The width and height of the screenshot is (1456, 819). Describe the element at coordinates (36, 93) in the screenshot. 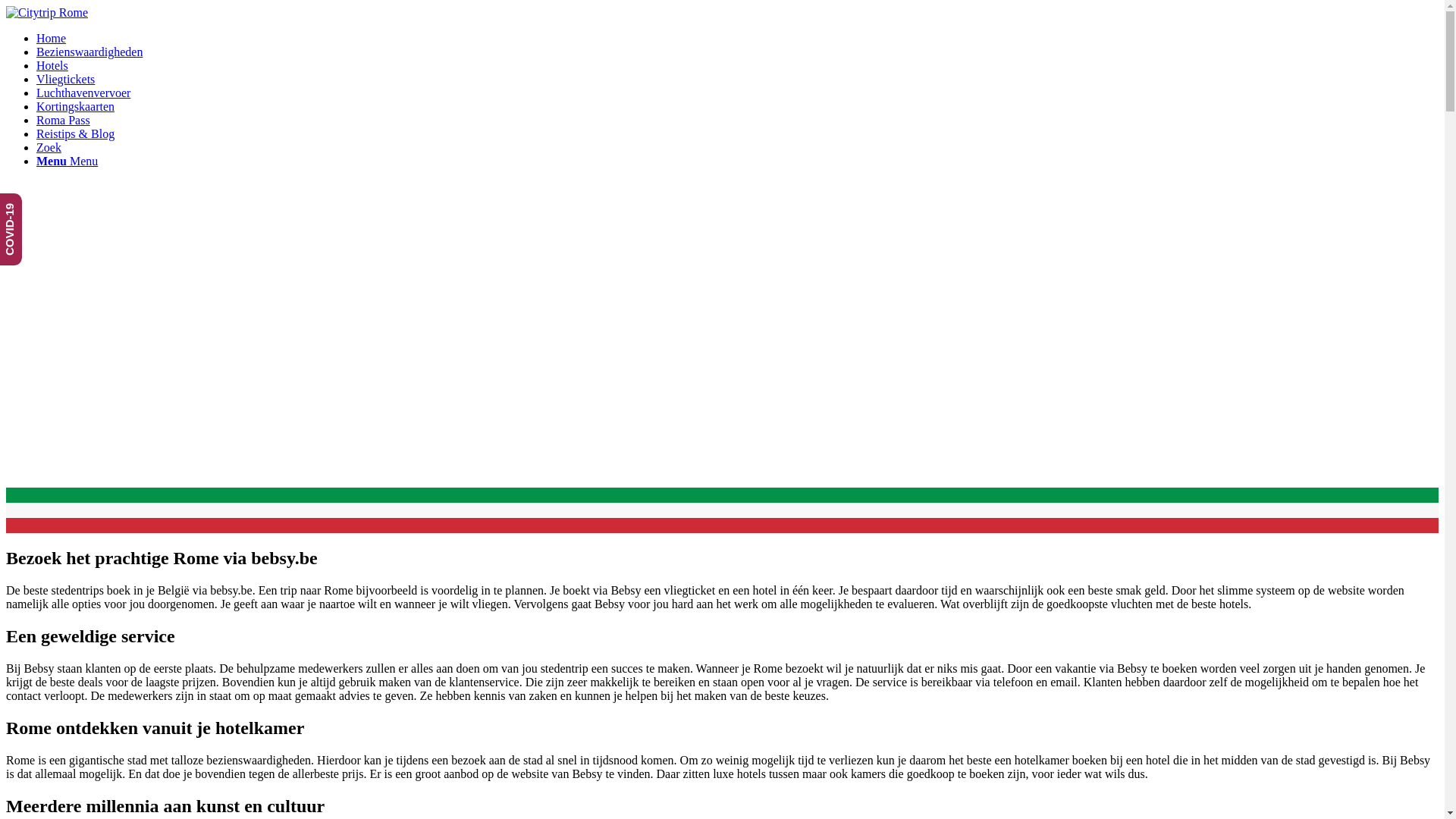

I see `'Luchthavenvervoer'` at that location.